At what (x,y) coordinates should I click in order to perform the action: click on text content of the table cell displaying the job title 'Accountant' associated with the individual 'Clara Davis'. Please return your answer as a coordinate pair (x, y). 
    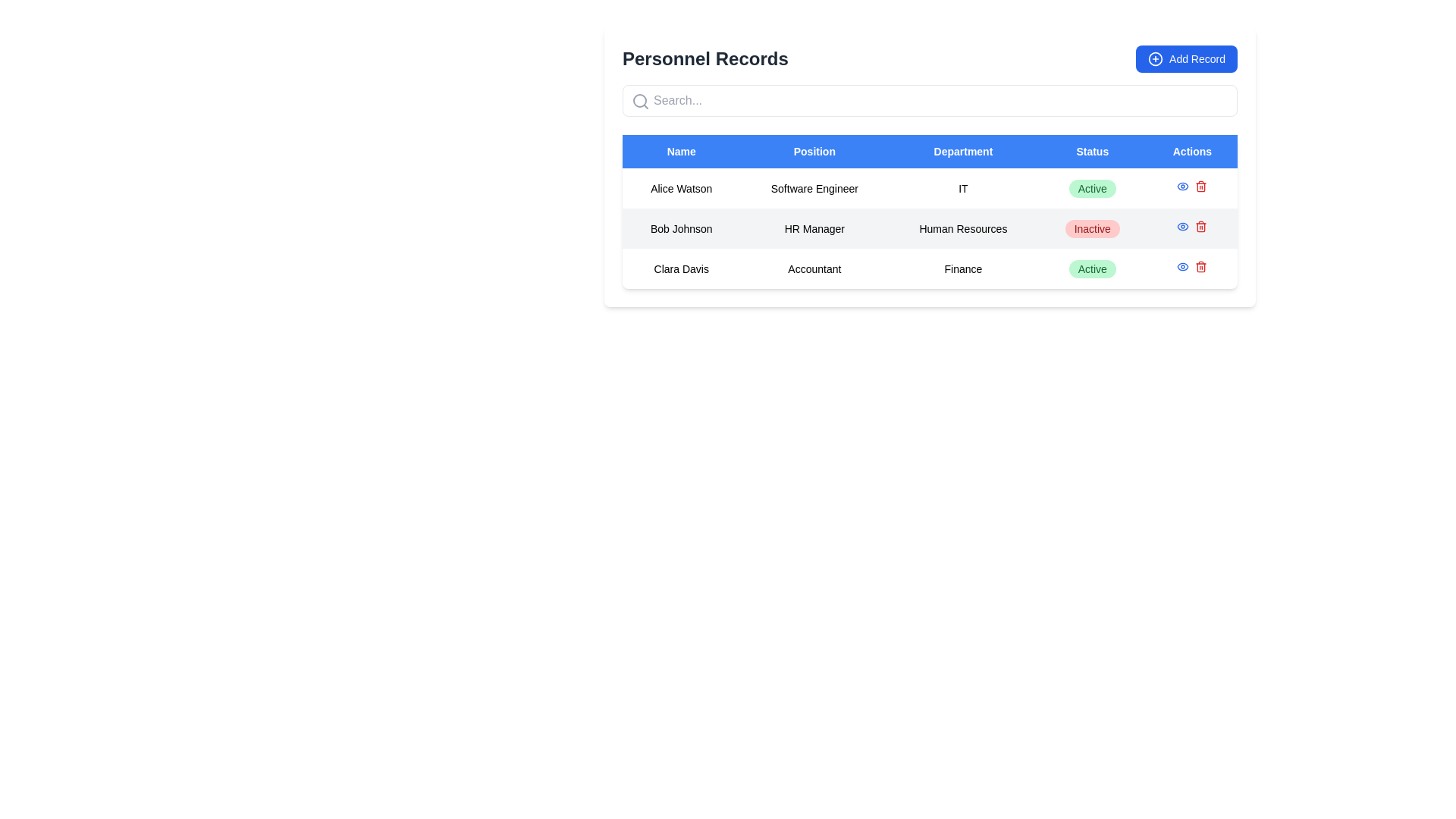
    Looking at the image, I should click on (814, 268).